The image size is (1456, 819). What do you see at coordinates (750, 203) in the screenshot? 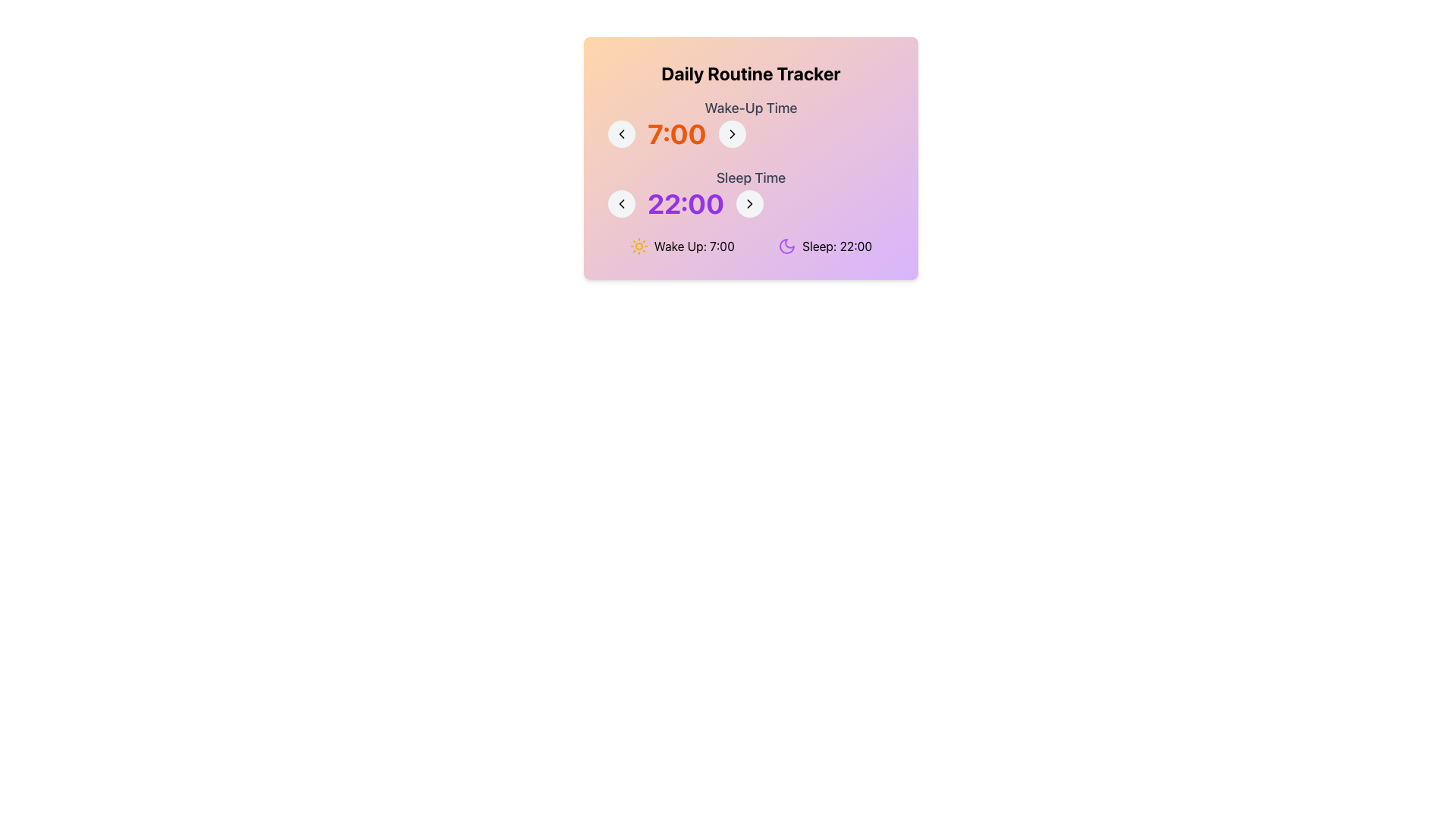
I see `the small right-facing chevron icon that is located on the right side of the 'Sleep Time' label and time value to increment the sleep time` at bounding box center [750, 203].